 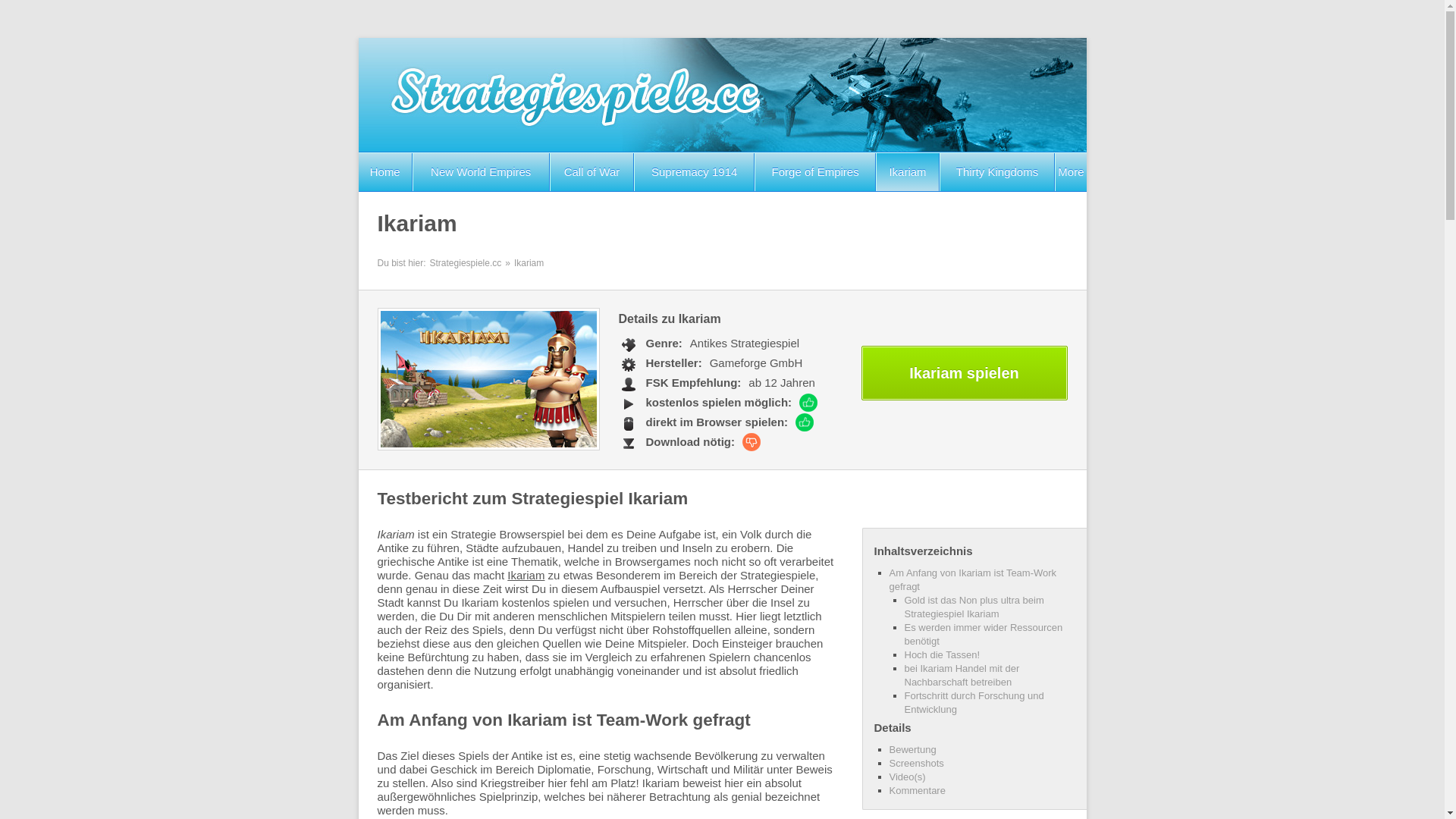 I want to click on 'bei Ikariam Handel mit der Nachbarschaft betreiben', so click(x=903, y=674).